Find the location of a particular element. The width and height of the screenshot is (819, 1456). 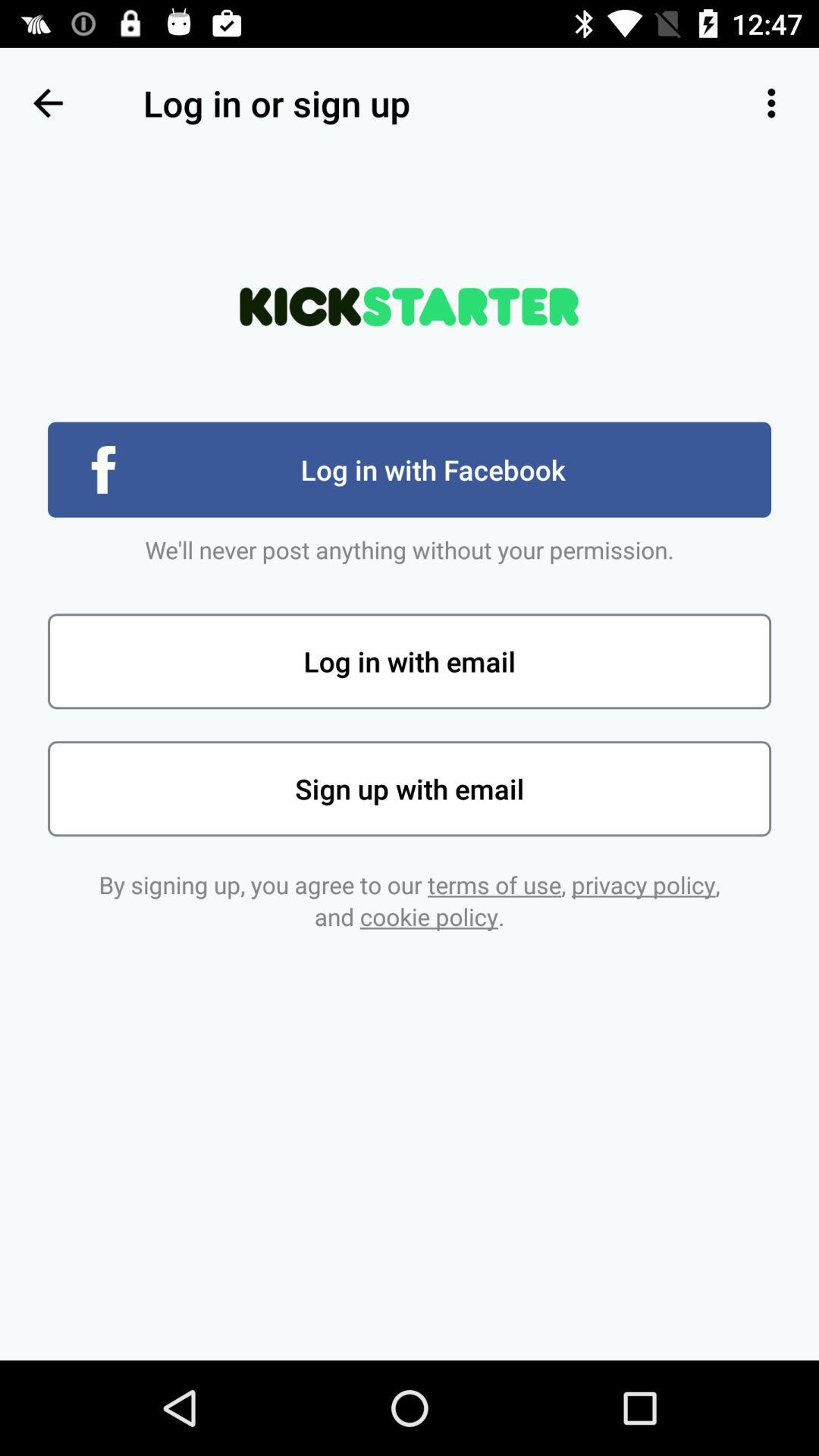

by signing up is located at coordinates (409, 900).